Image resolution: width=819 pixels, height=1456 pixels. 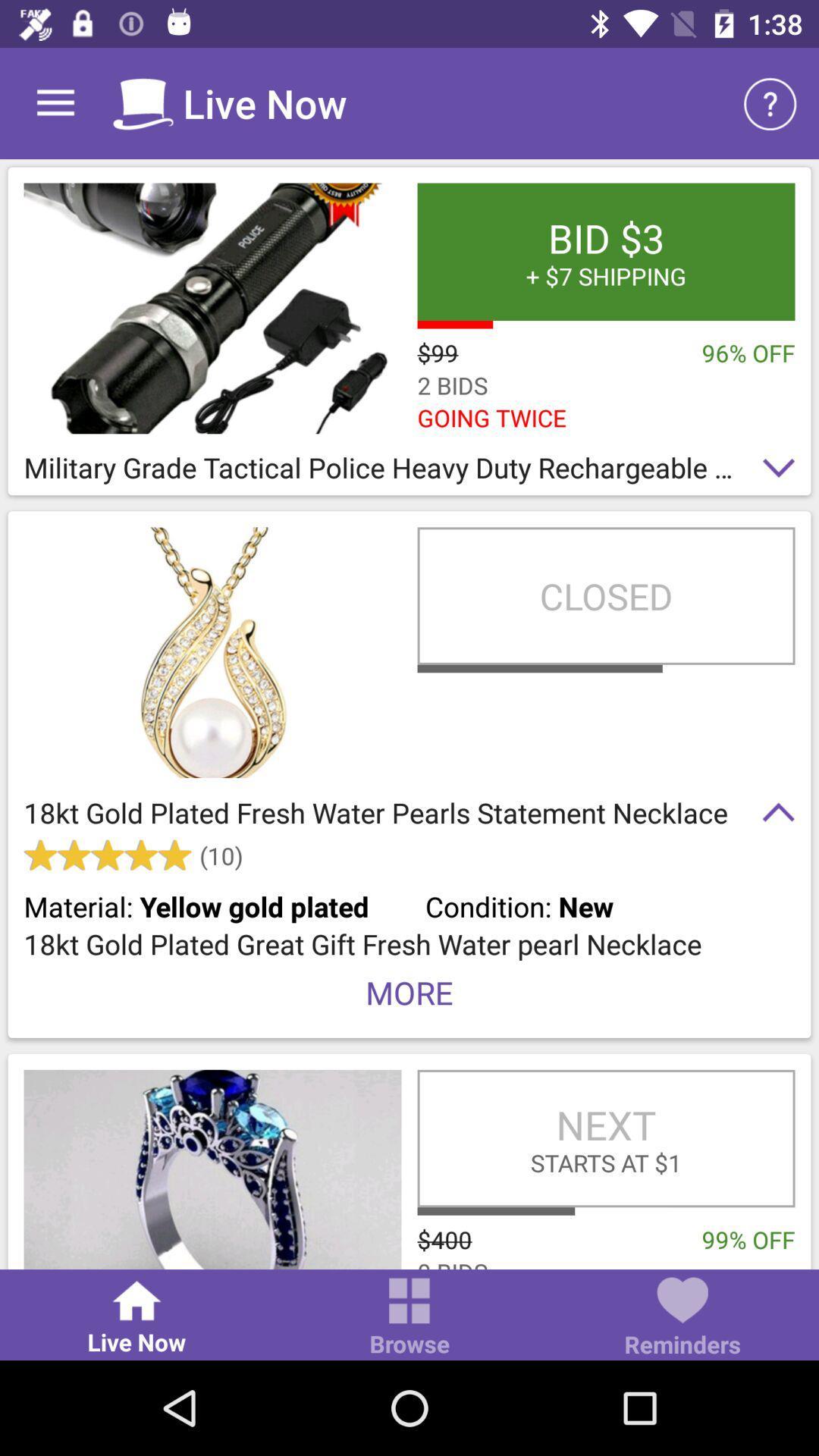 What do you see at coordinates (771, 102) in the screenshot?
I see `item above bid 3 7 item` at bounding box center [771, 102].